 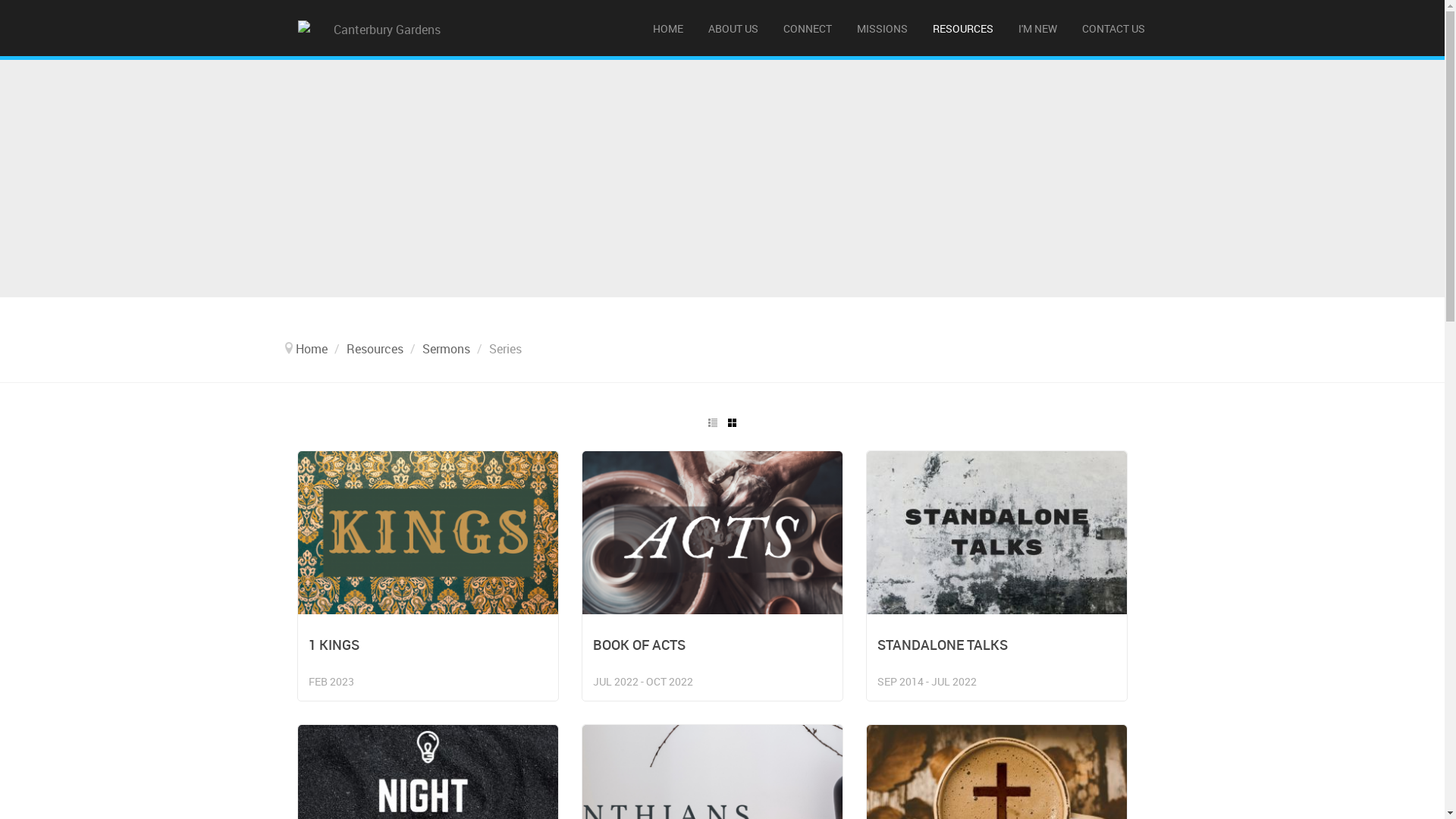 What do you see at coordinates (732, 422) in the screenshot?
I see `'grid'` at bounding box center [732, 422].